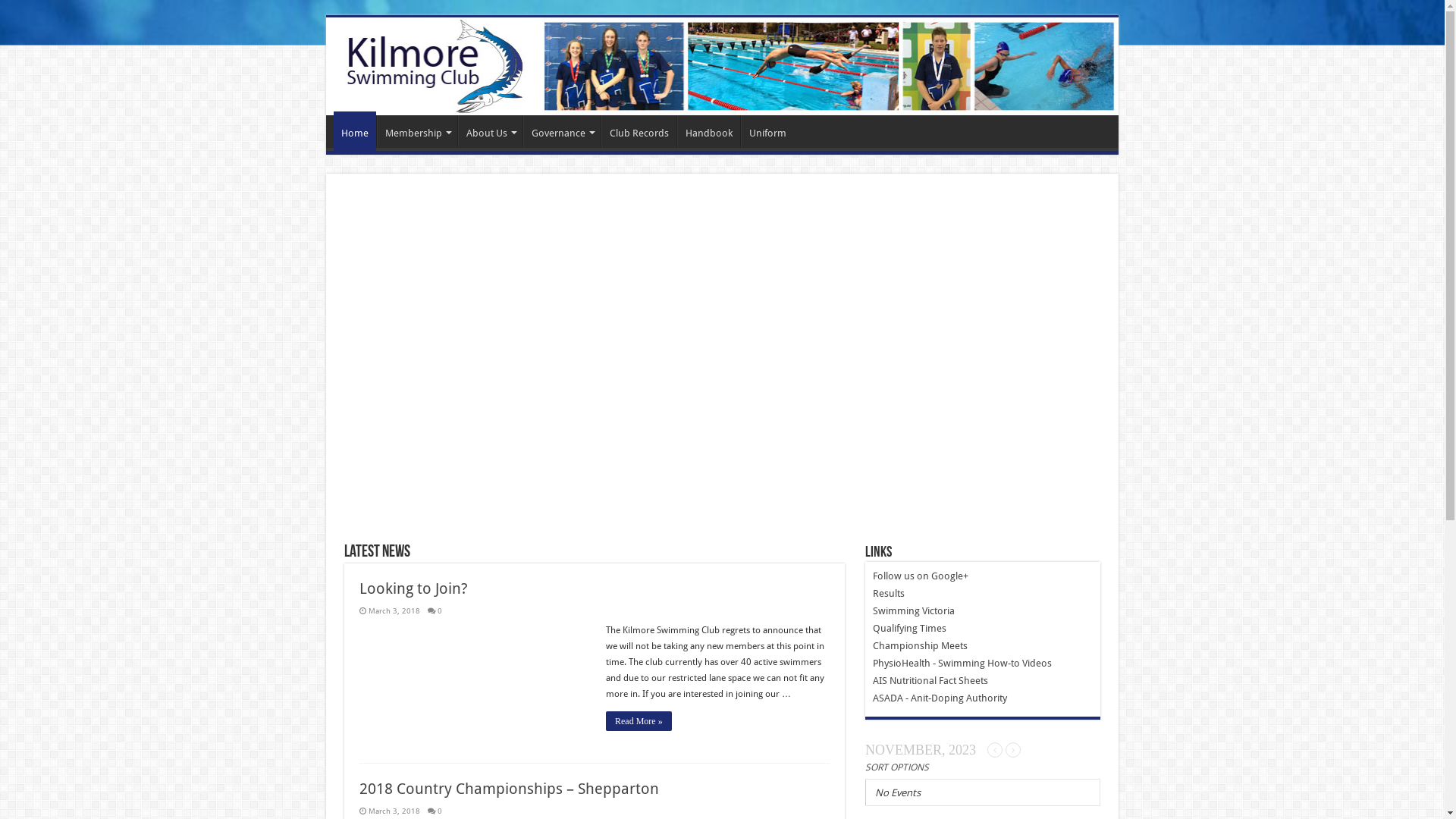 The image size is (1456, 819). Describe the element at coordinates (930, 679) in the screenshot. I see `'AIS Nutritional Fact Sheets'` at that location.